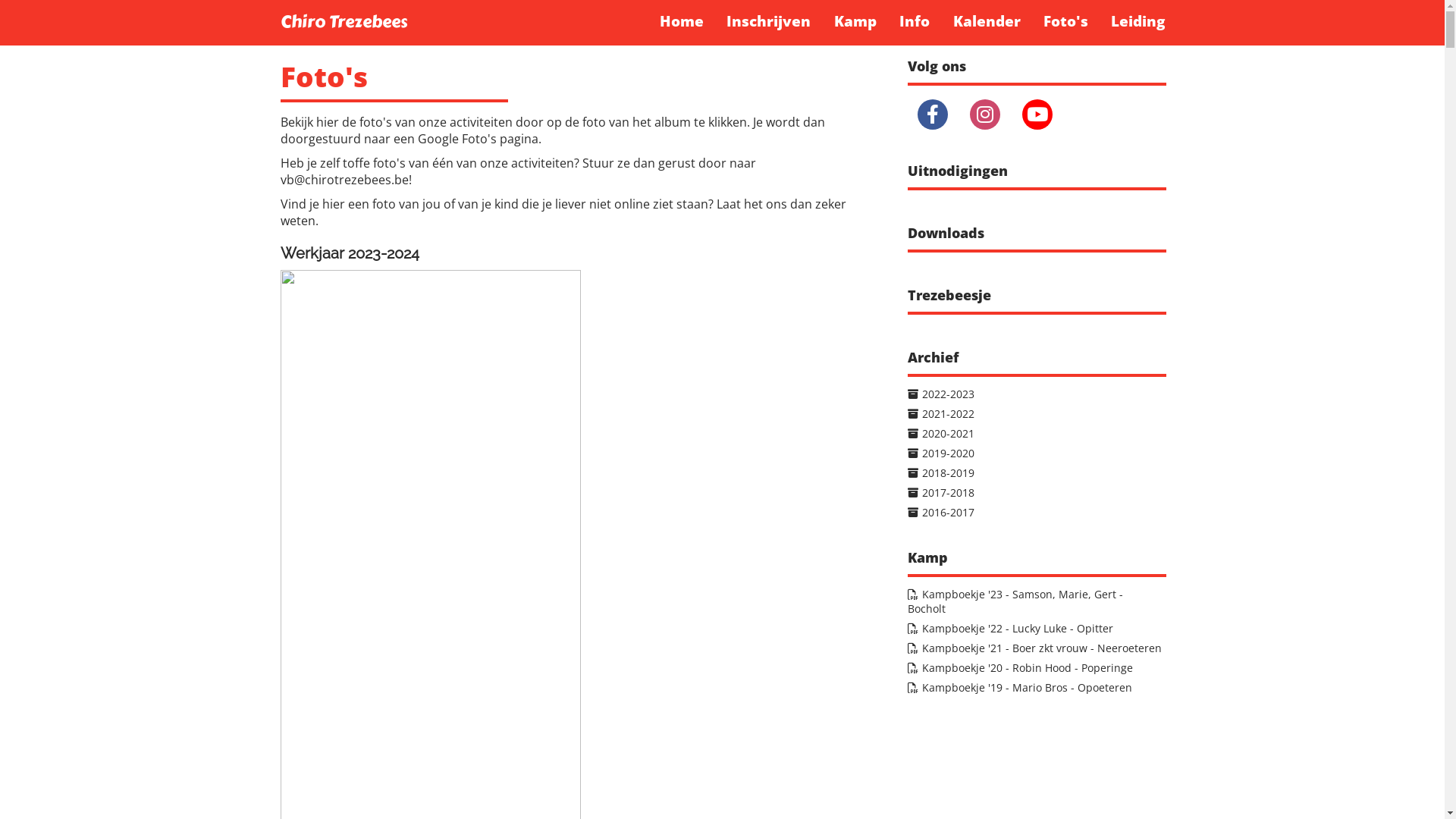 This screenshot has height=819, width=1456. Describe the element at coordinates (1138, 20) in the screenshot. I see `'Leiding'` at that location.